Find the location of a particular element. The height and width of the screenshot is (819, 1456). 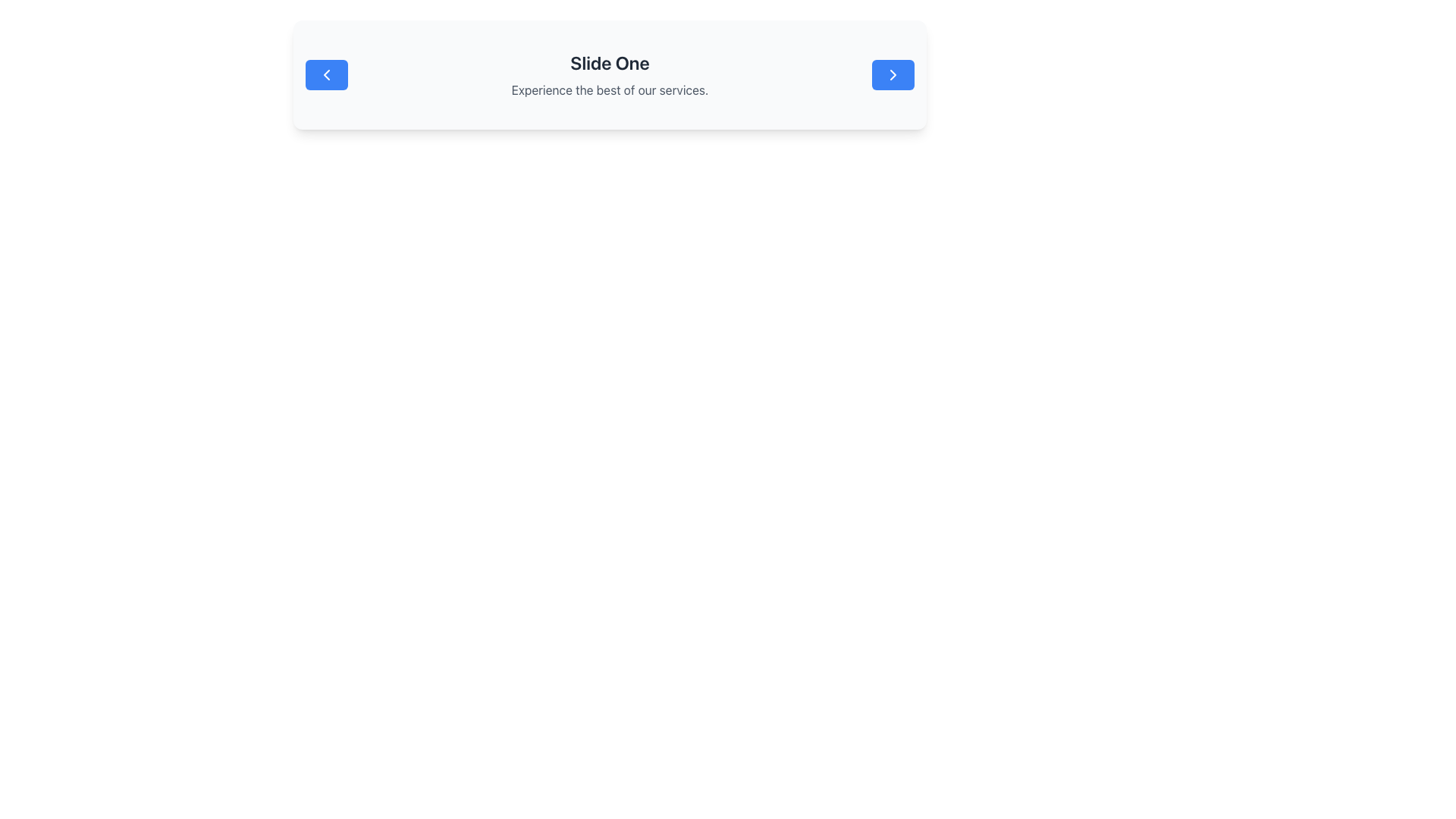

the chevron-left icon within the blue rounded button located on the left side of the navigation bar is located at coordinates (326, 75).